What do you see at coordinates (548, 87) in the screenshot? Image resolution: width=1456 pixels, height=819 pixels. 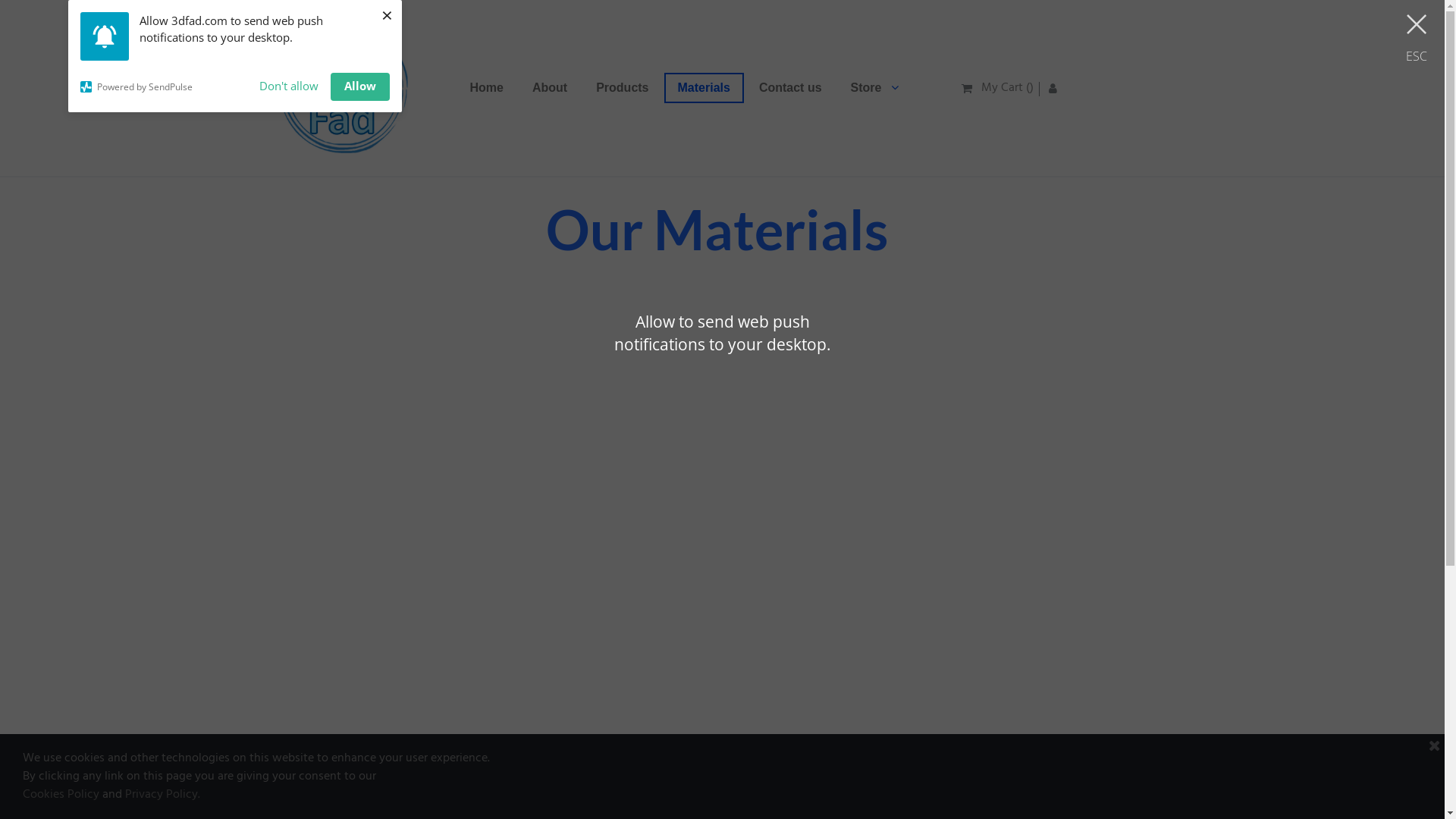 I see `'About'` at bounding box center [548, 87].